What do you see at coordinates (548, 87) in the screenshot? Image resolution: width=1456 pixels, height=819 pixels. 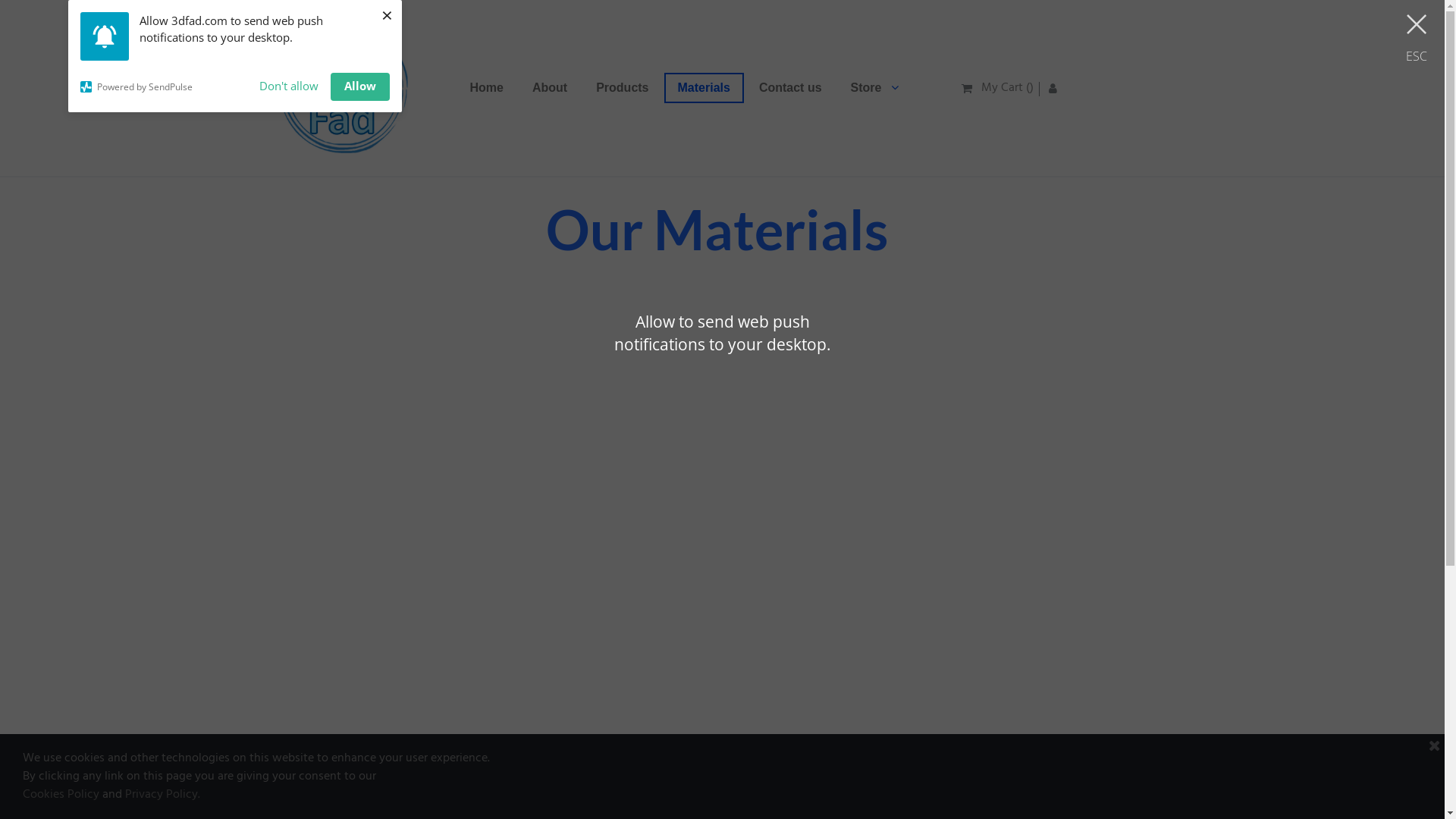 I see `'About'` at bounding box center [548, 87].